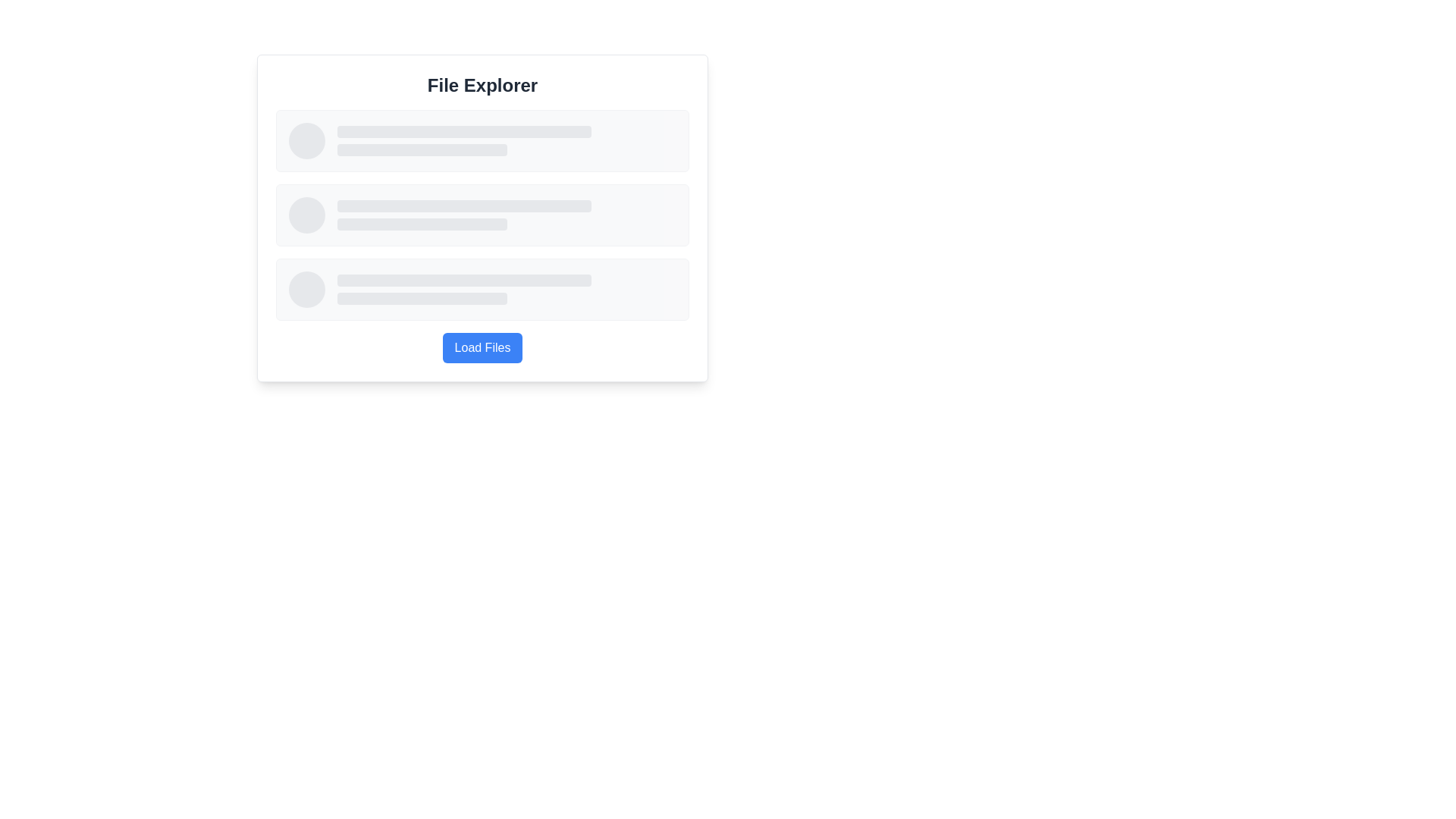 This screenshot has width=1456, height=819. What do you see at coordinates (482, 215) in the screenshot?
I see `the content of the placeholder in the second card, which has a light gray background, rounded corners, and a bordered outline, positioned between the first and third cards in a vertical list` at bounding box center [482, 215].